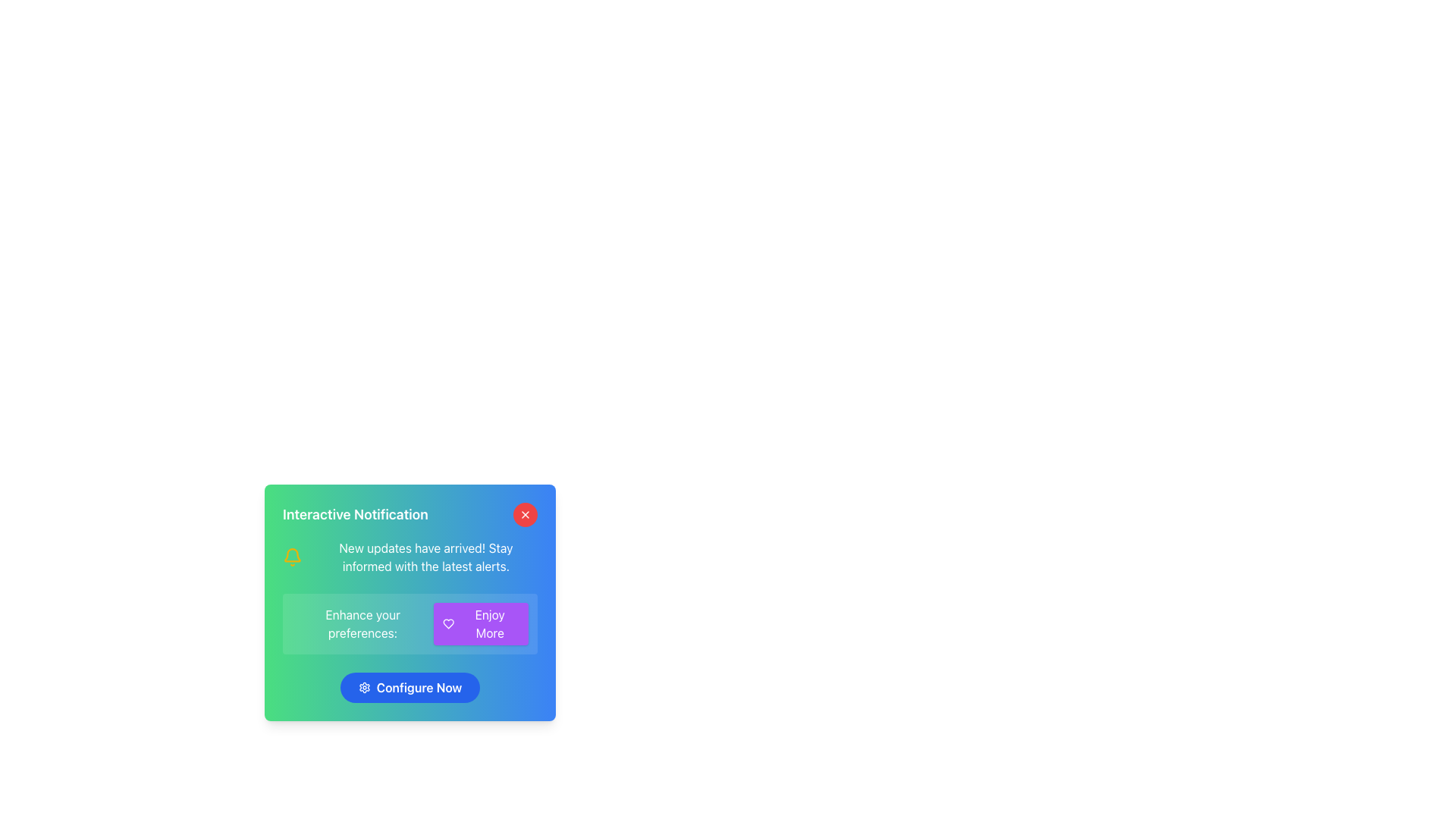 The width and height of the screenshot is (1456, 819). Describe the element at coordinates (410, 623) in the screenshot. I see `the 'Enjoy More' button within the notification panel` at that location.